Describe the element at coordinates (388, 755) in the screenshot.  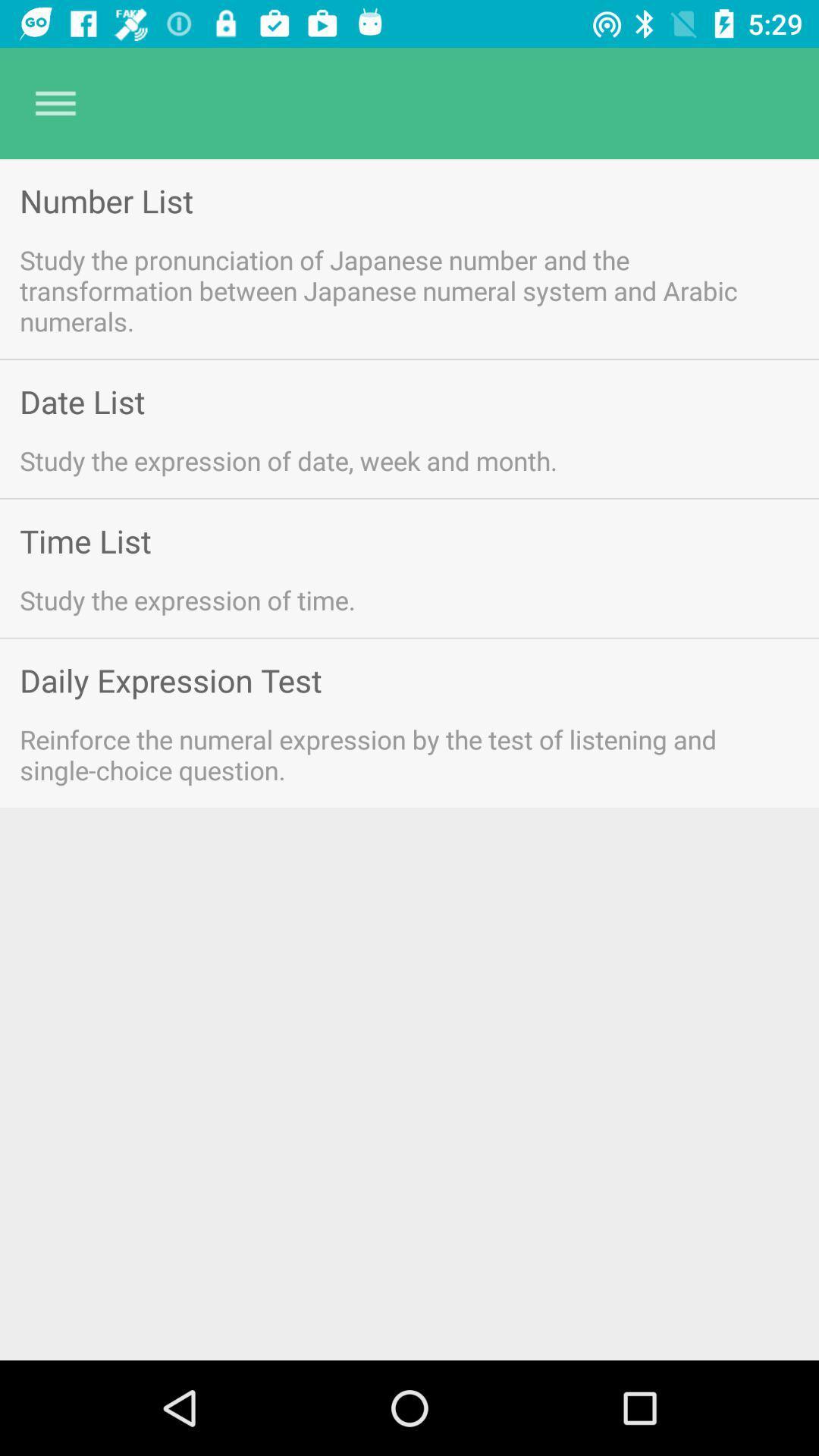
I see `icon below daily expression test` at that location.